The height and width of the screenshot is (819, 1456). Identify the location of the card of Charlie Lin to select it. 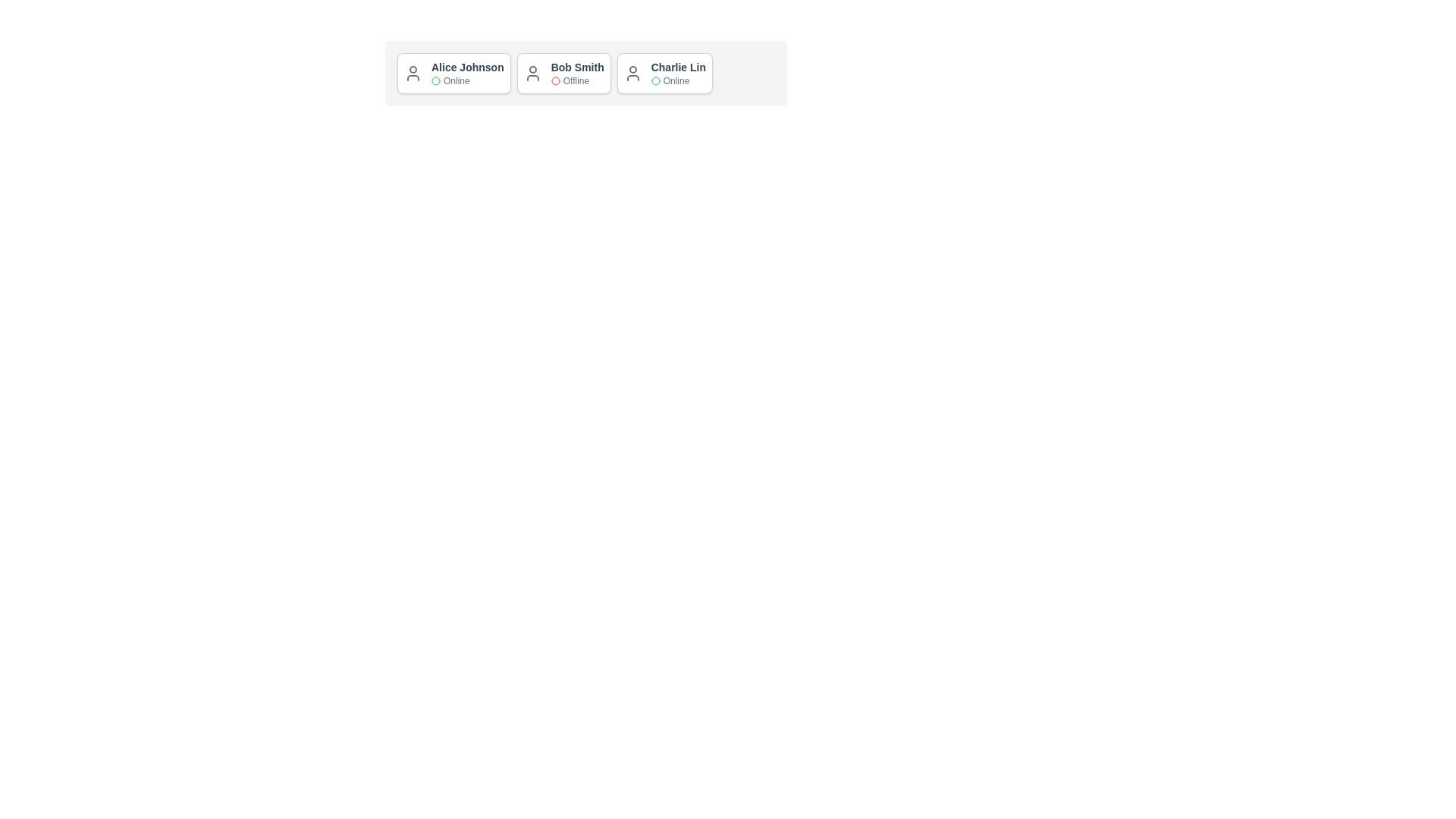
(664, 73).